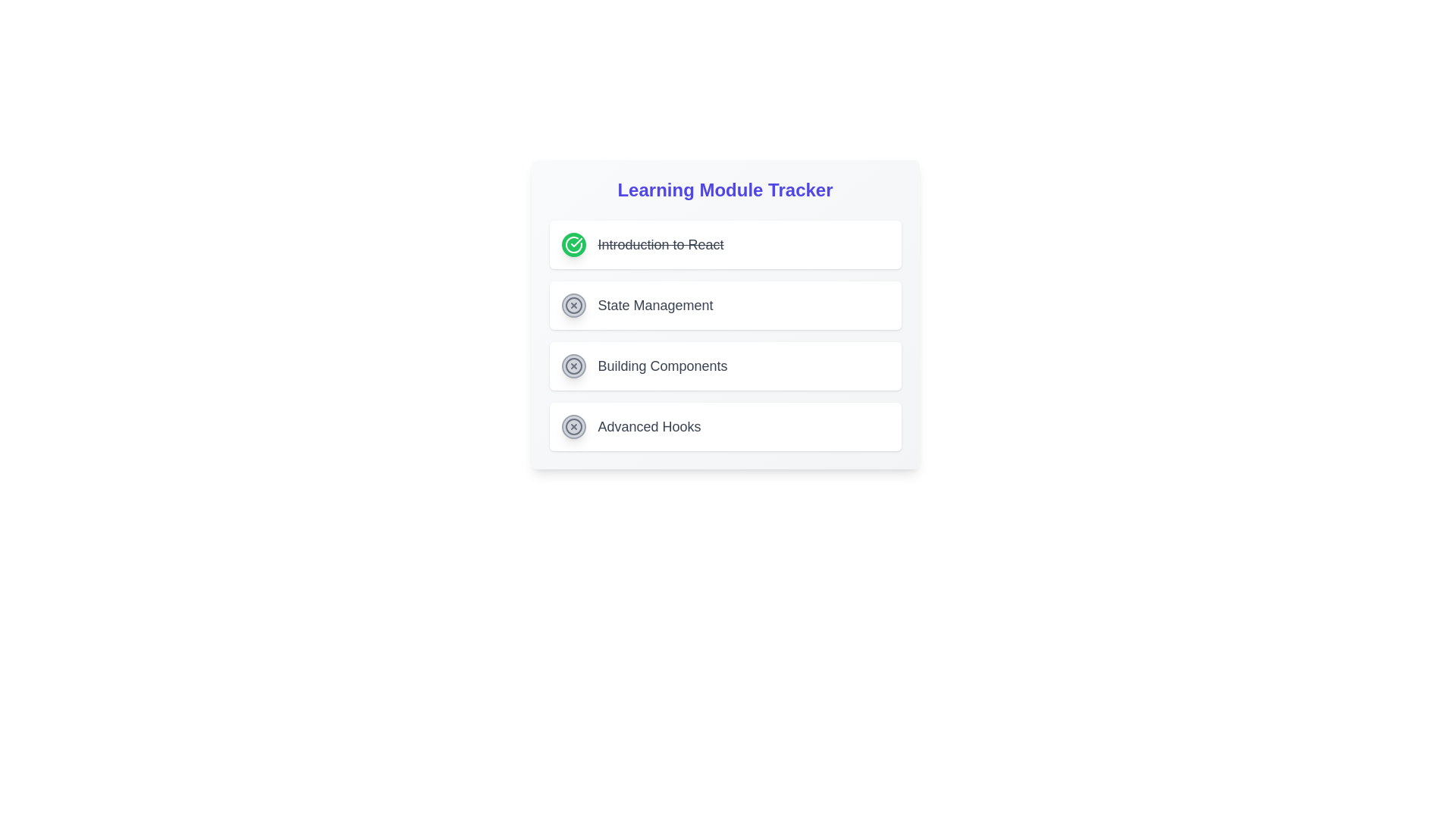 The image size is (1456, 819). I want to click on the label of the second item in the Learning Module Tracker, which represents the 'State Management' module, so click(637, 305).